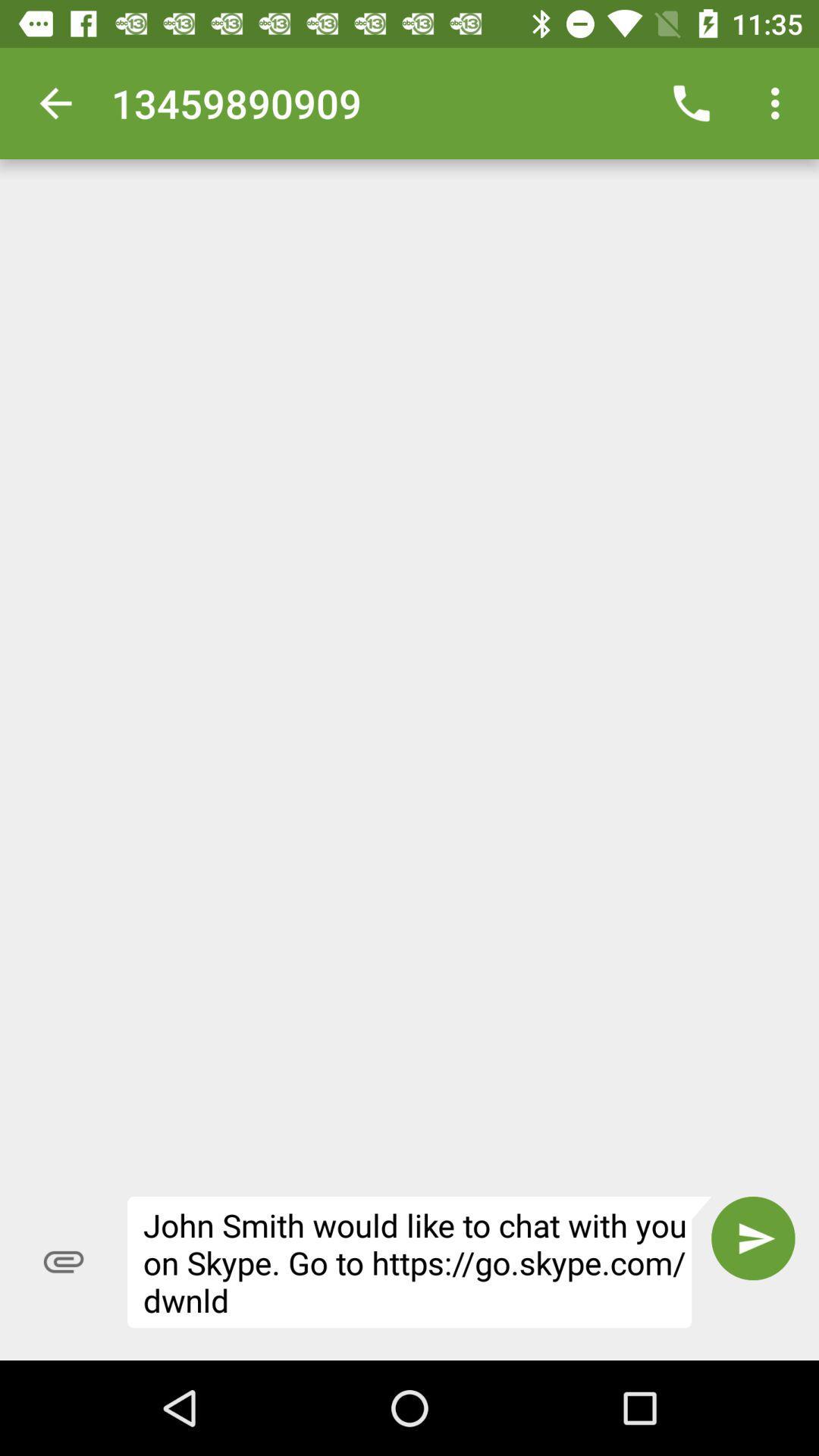 Image resolution: width=819 pixels, height=1456 pixels. I want to click on the icon next to john smith would item, so click(753, 1238).